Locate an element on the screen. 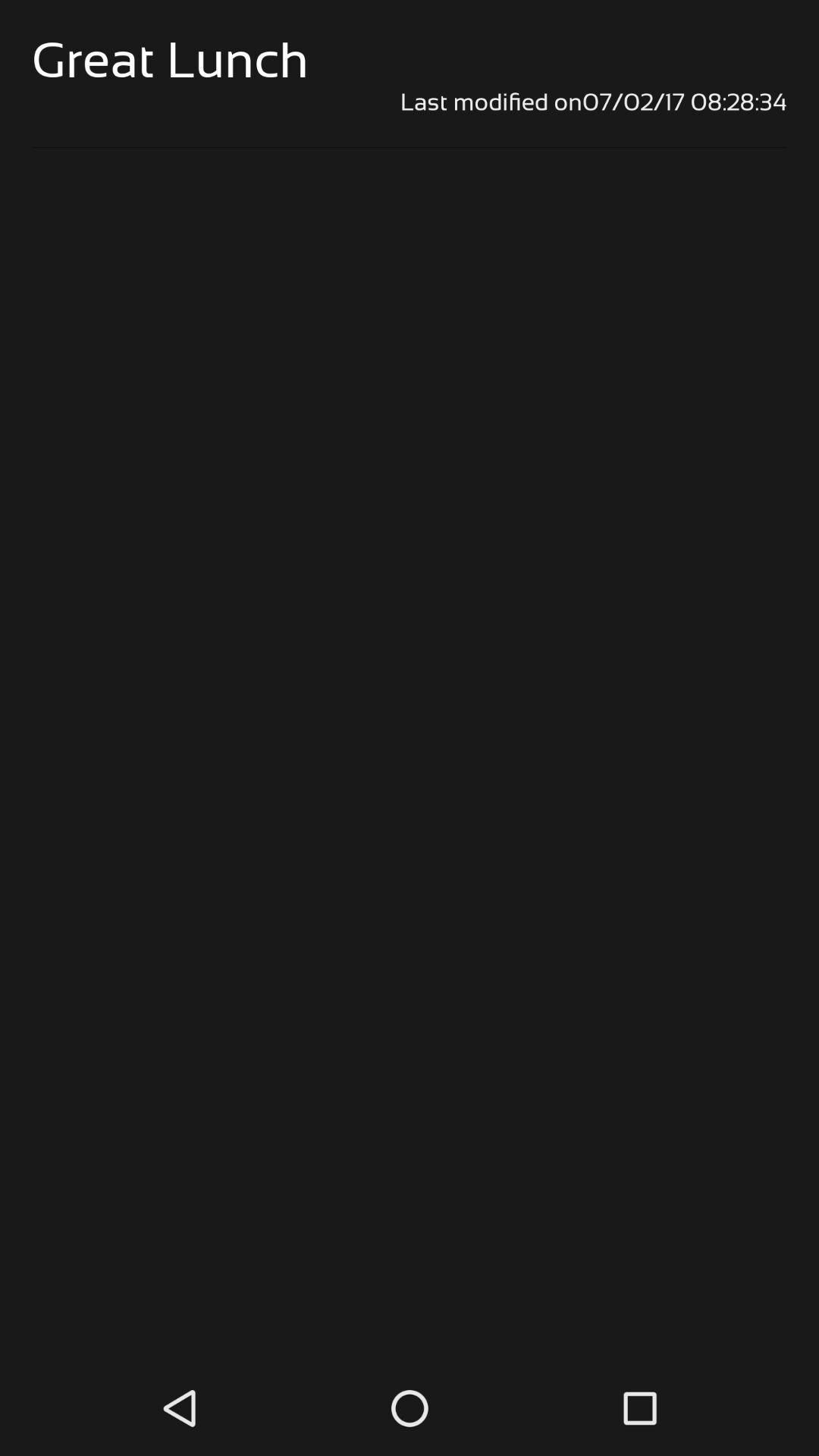  the last modified on07 item is located at coordinates (409, 101).